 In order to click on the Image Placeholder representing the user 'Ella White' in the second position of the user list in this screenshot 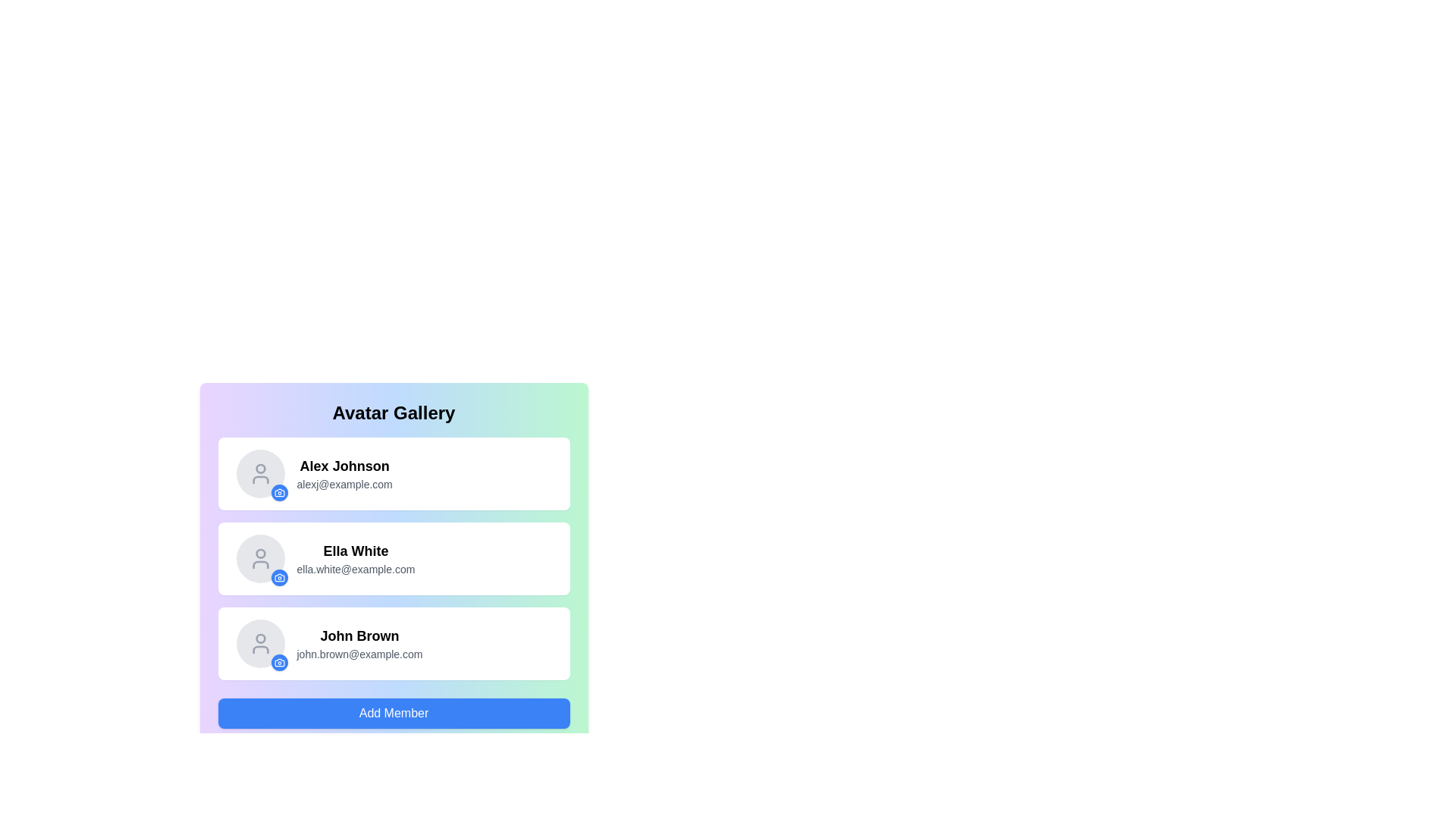, I will do `click(260, 558)`.